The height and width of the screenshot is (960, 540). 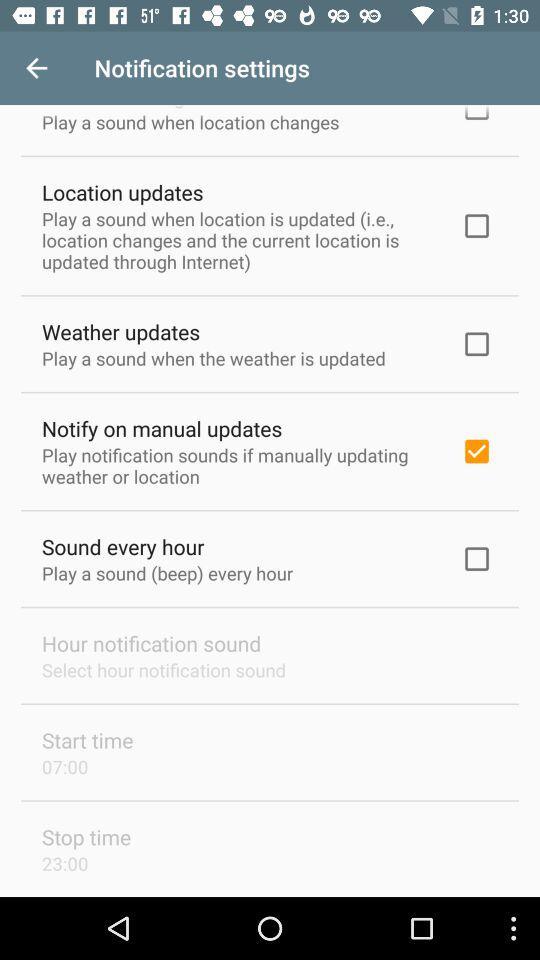 I want to click on icon below notify on manual icon, so click(x=238, y=465).